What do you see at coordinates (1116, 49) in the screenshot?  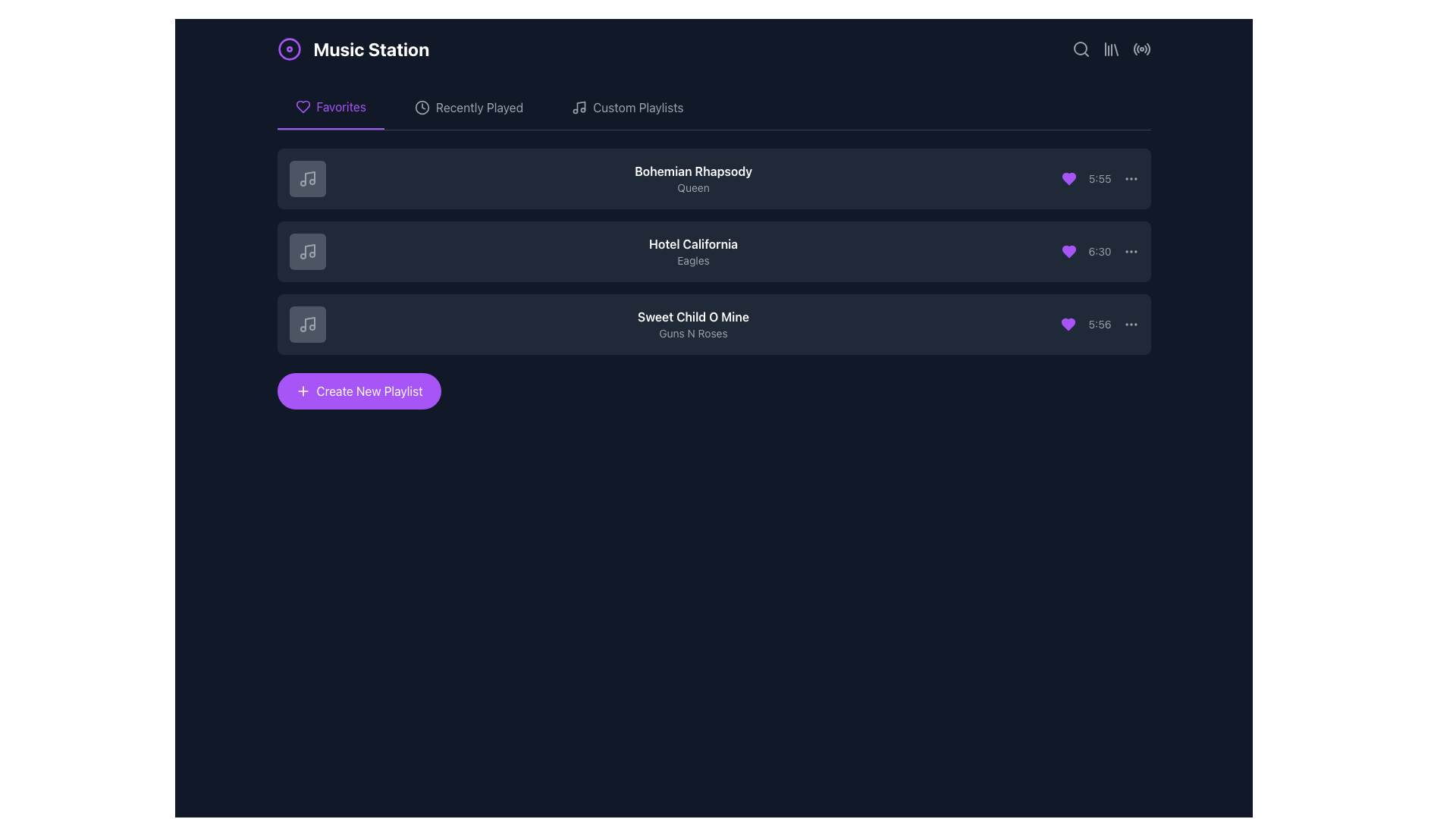 I see `the fourth line element of the SVG graphic in the top-right corner of the interface` at bounding box center [1116, 49].